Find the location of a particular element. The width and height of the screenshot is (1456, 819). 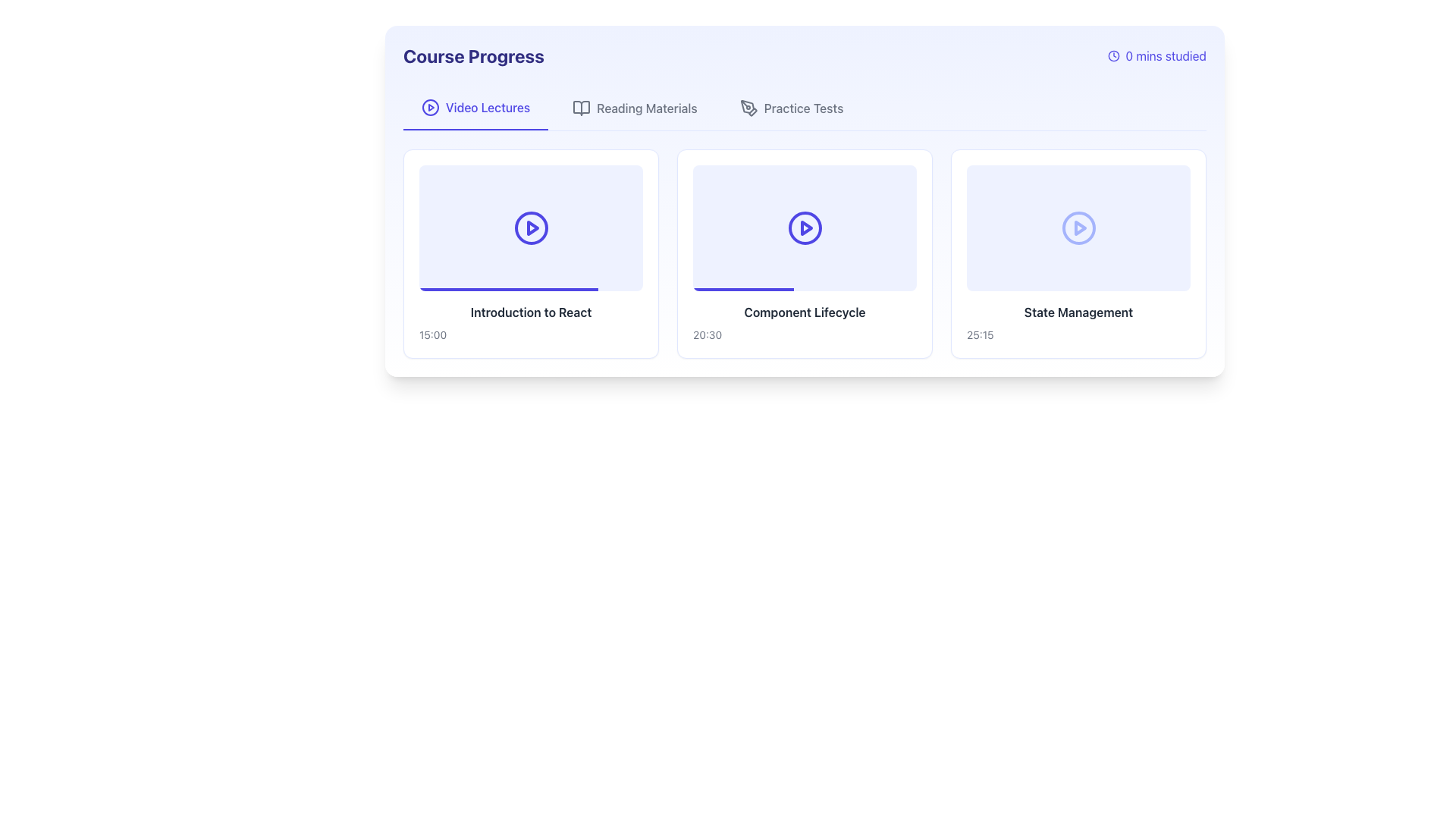

the 'Practice Tests' text label in the horizontal menu located below 'Course Progress' is located at coordinates (803, 107).